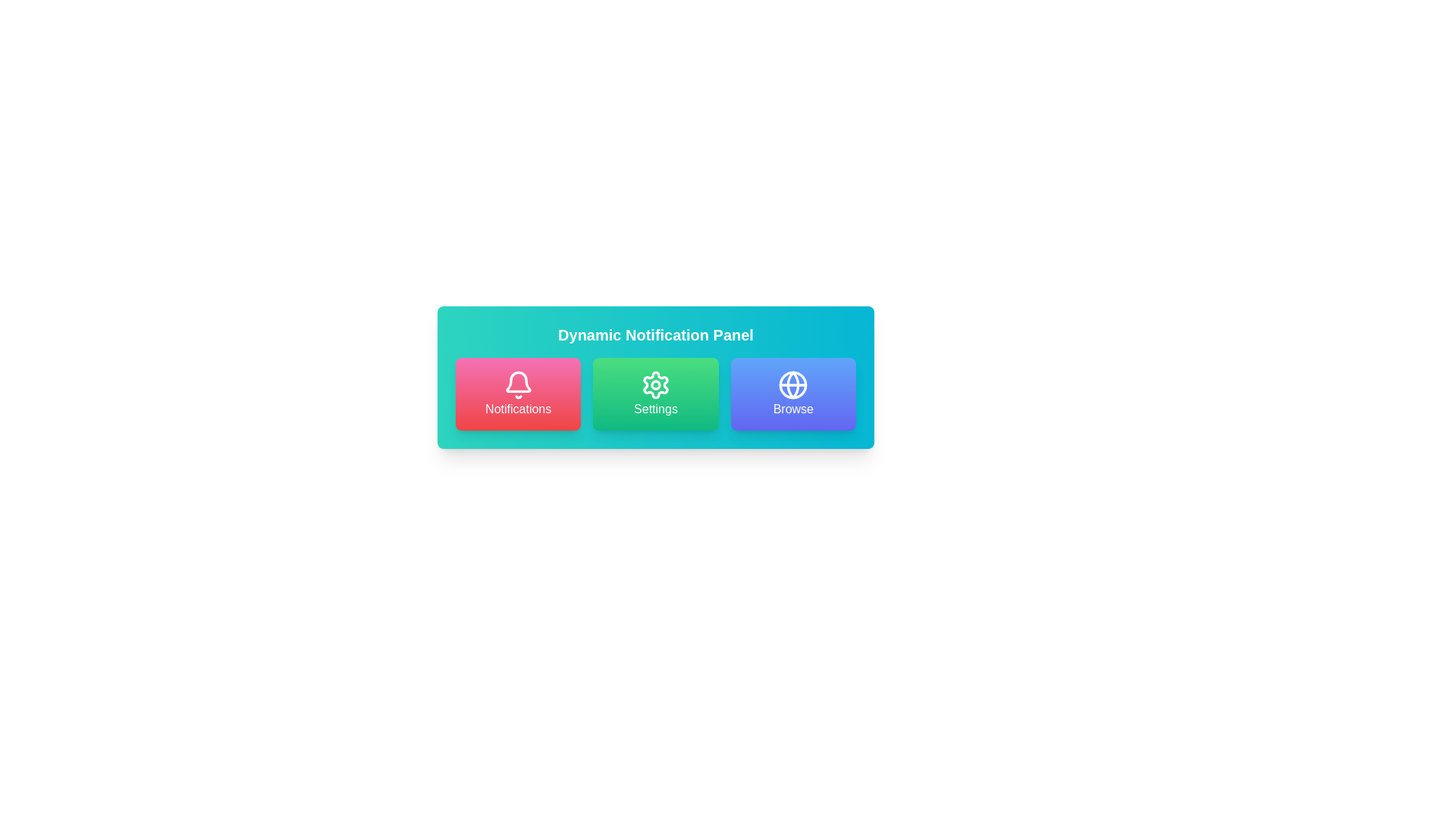 Image resolution: width=1456 pixels, height=819 pixels. What do you see at coordinates (518, 394) in the screenshot?
I see `the 'Notifications' button which is a rectangular button with a pink to red gradient, featuring a white bell icon and rounded corners, located to the left of the 'Settings' and 'Browse' buttons` at bounding box center [518, 394].